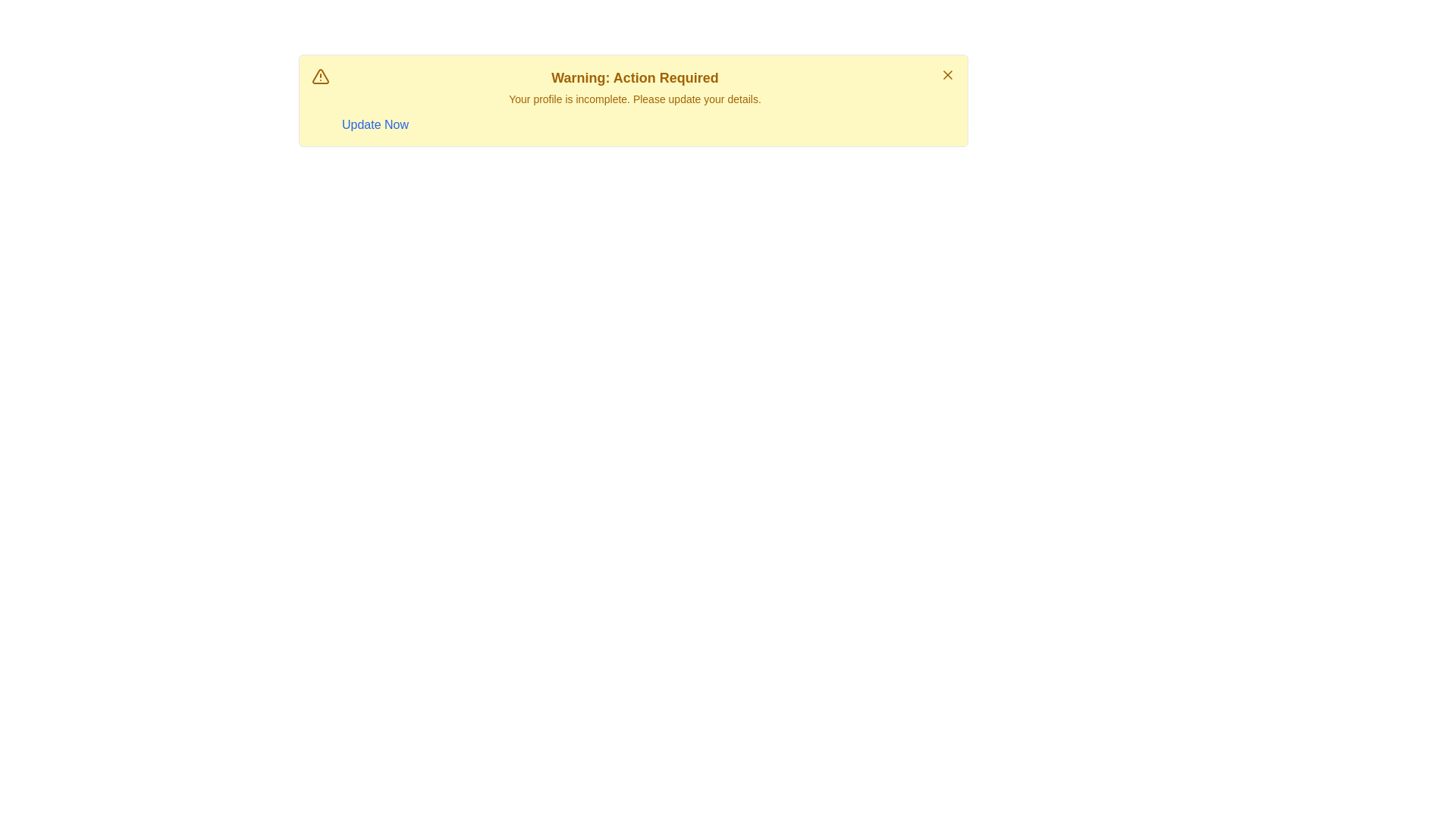 This screenshot has height=819, width=1456. What do you see at coordinates (635, 100) in the screenshot?
I see `the text block containing the warning header 'Warning: Action Required' and the call-to-action link 'Update Now' within the yellow notification banner` at bounding box center [635, 100].